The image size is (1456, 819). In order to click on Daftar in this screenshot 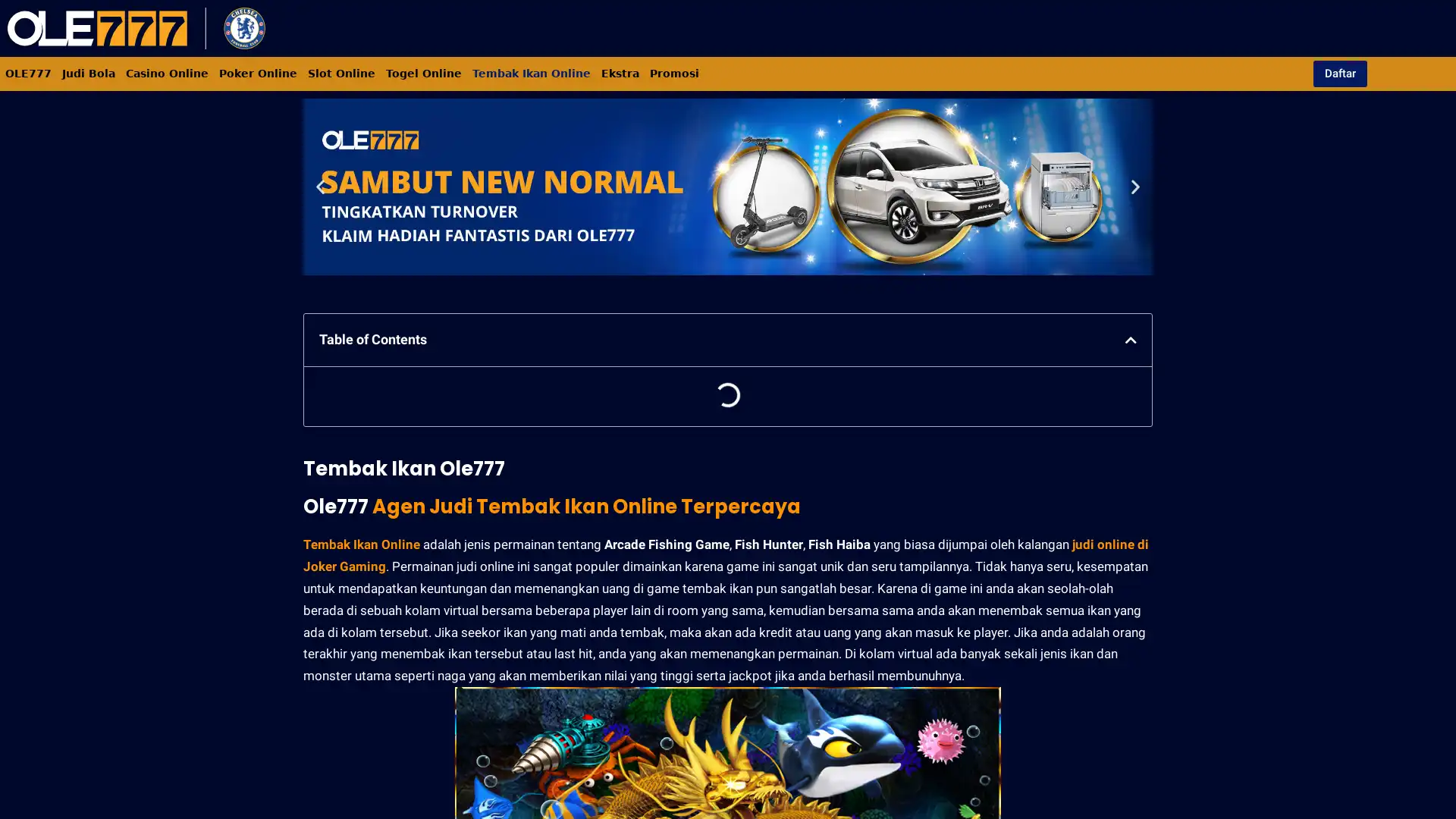, I will do `click(1339, 73)`.